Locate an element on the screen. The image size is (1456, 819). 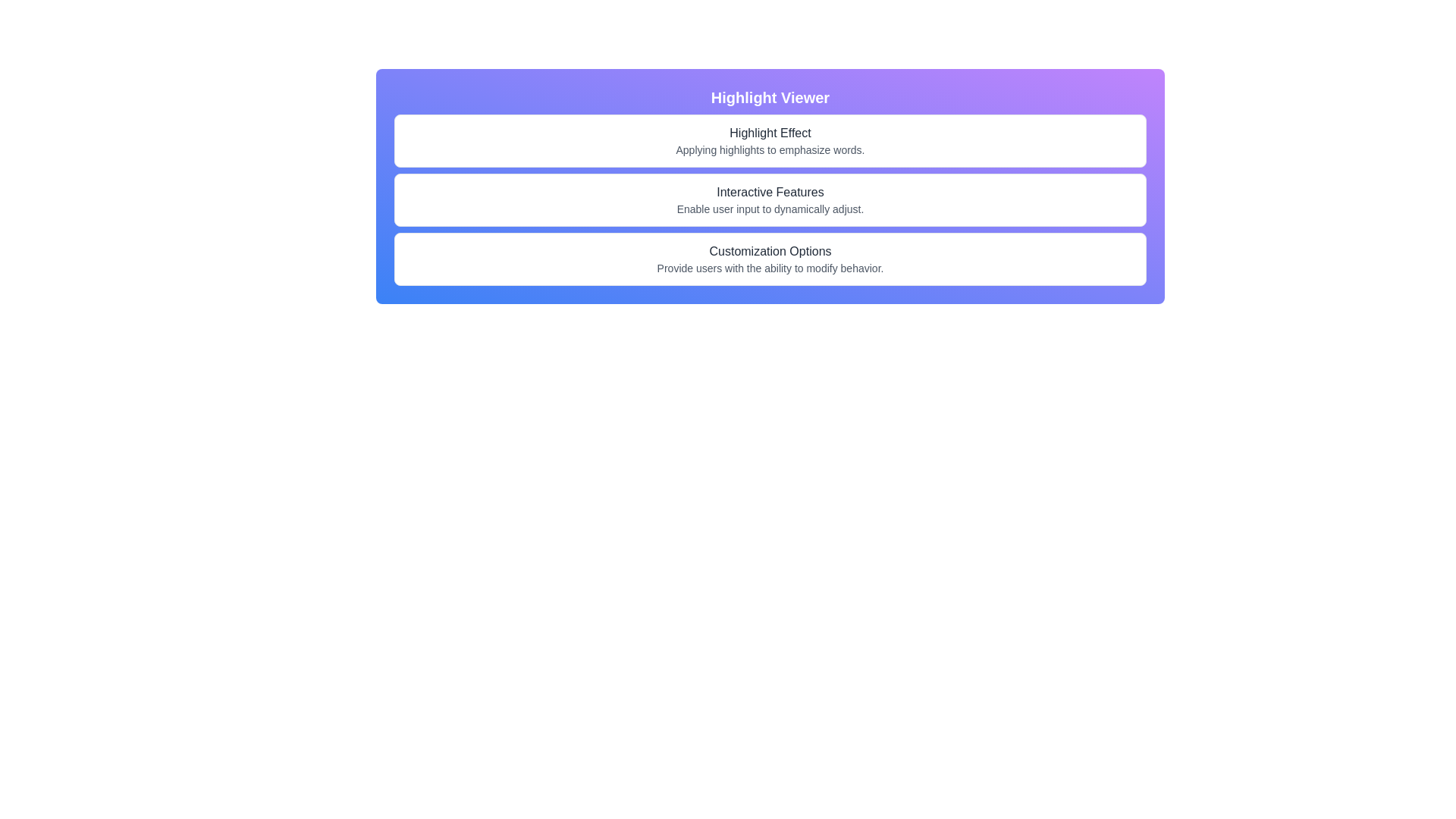
the non-interactive Text element that contributes to the phrase 'Customization Options', specifically following the letter 'n' is located at coordinates (793, 250).